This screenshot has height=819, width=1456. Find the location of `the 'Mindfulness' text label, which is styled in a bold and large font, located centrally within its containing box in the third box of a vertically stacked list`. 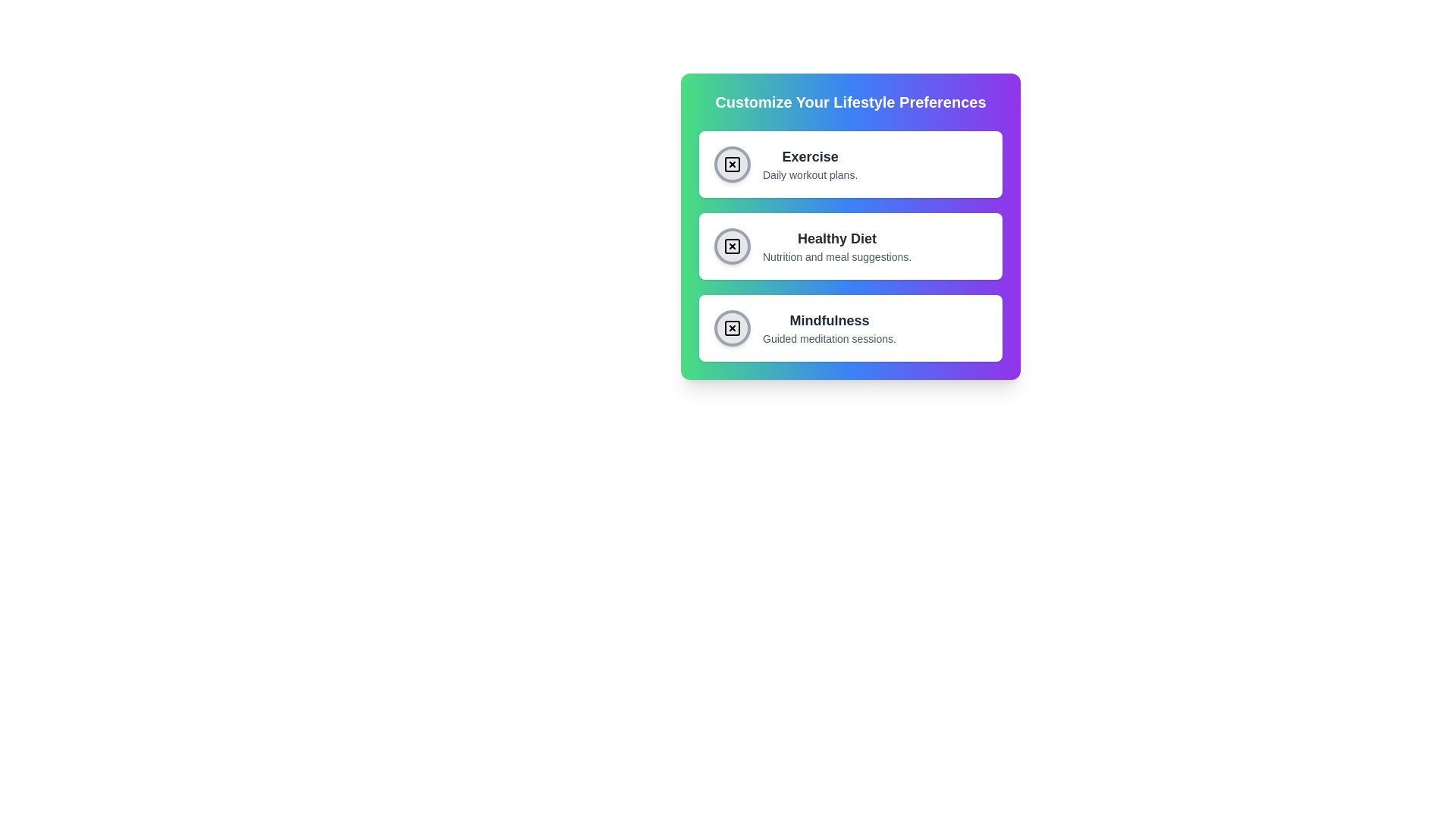

the 'Mindfulness' text label, which is styled in a bold and large font, located centrally within its containing box in the third box of a vertically stacked list is located at coordinates (829, 320).